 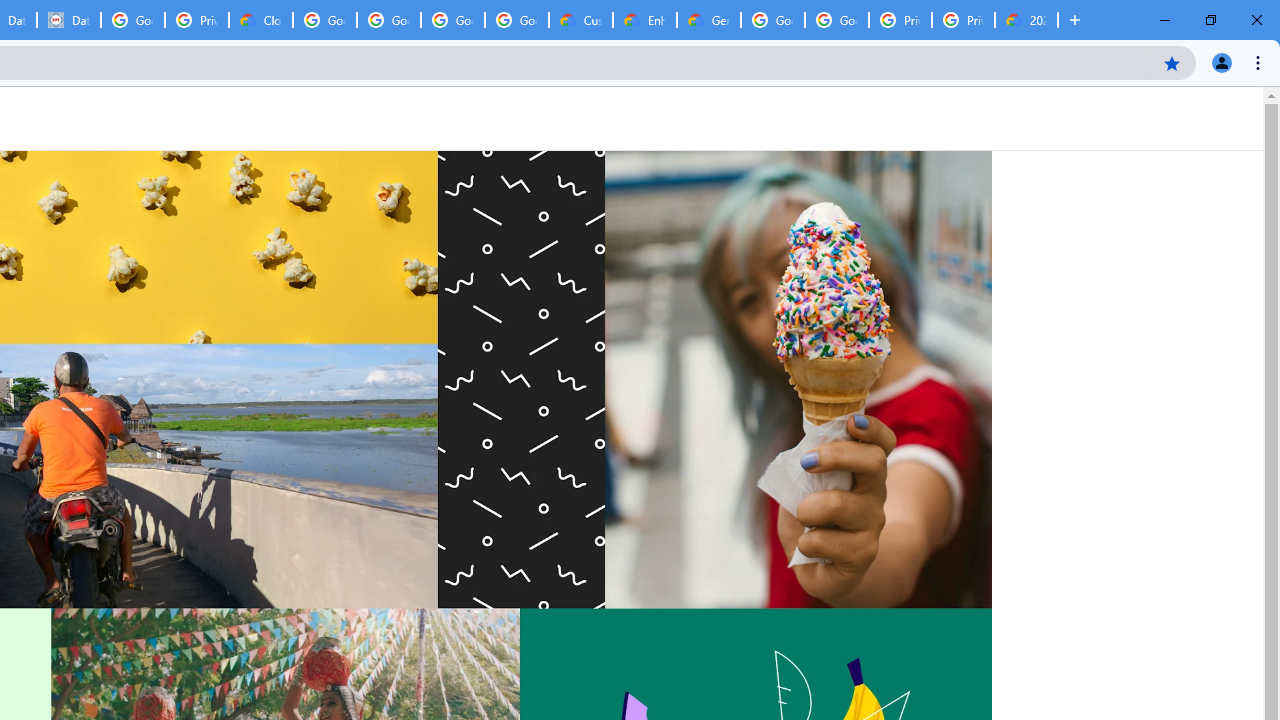 What do you see at coordinates (772, 20) in the screenshot?
I see `'Google Cloud Platform'` at bounding box center [772, 20].